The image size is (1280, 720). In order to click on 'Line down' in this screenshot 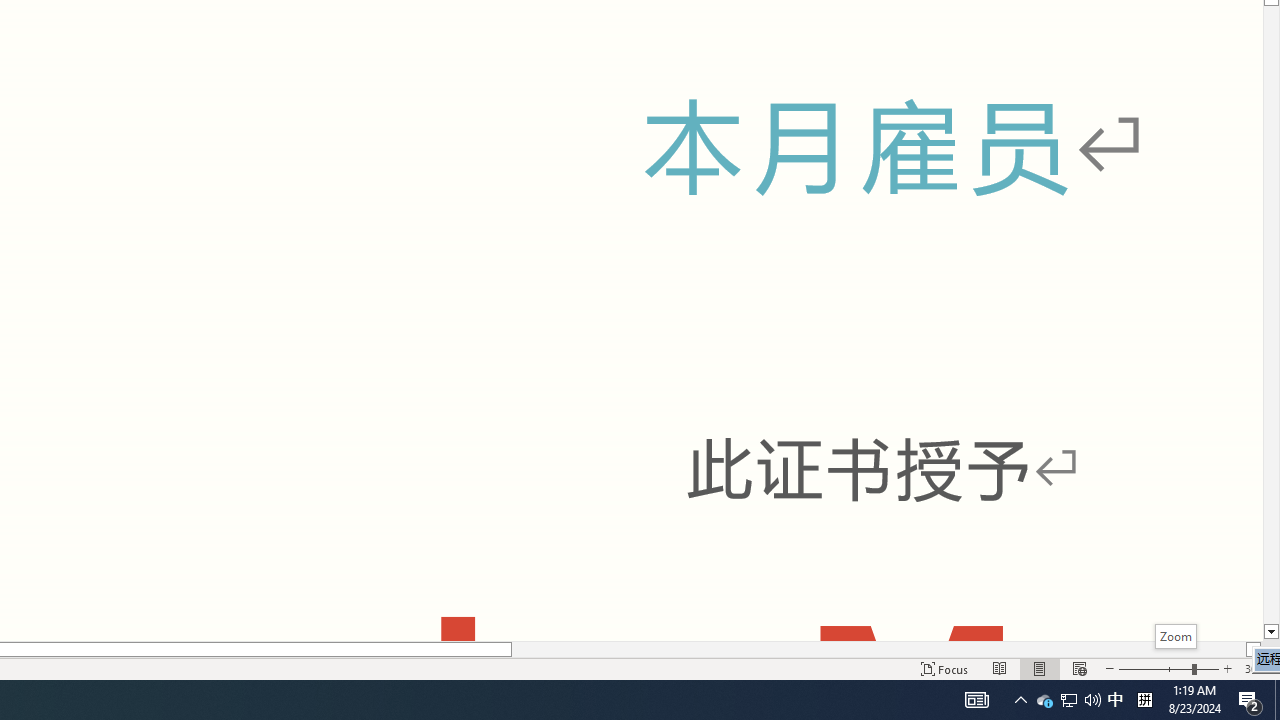, I will do `click(1270, 632)`.